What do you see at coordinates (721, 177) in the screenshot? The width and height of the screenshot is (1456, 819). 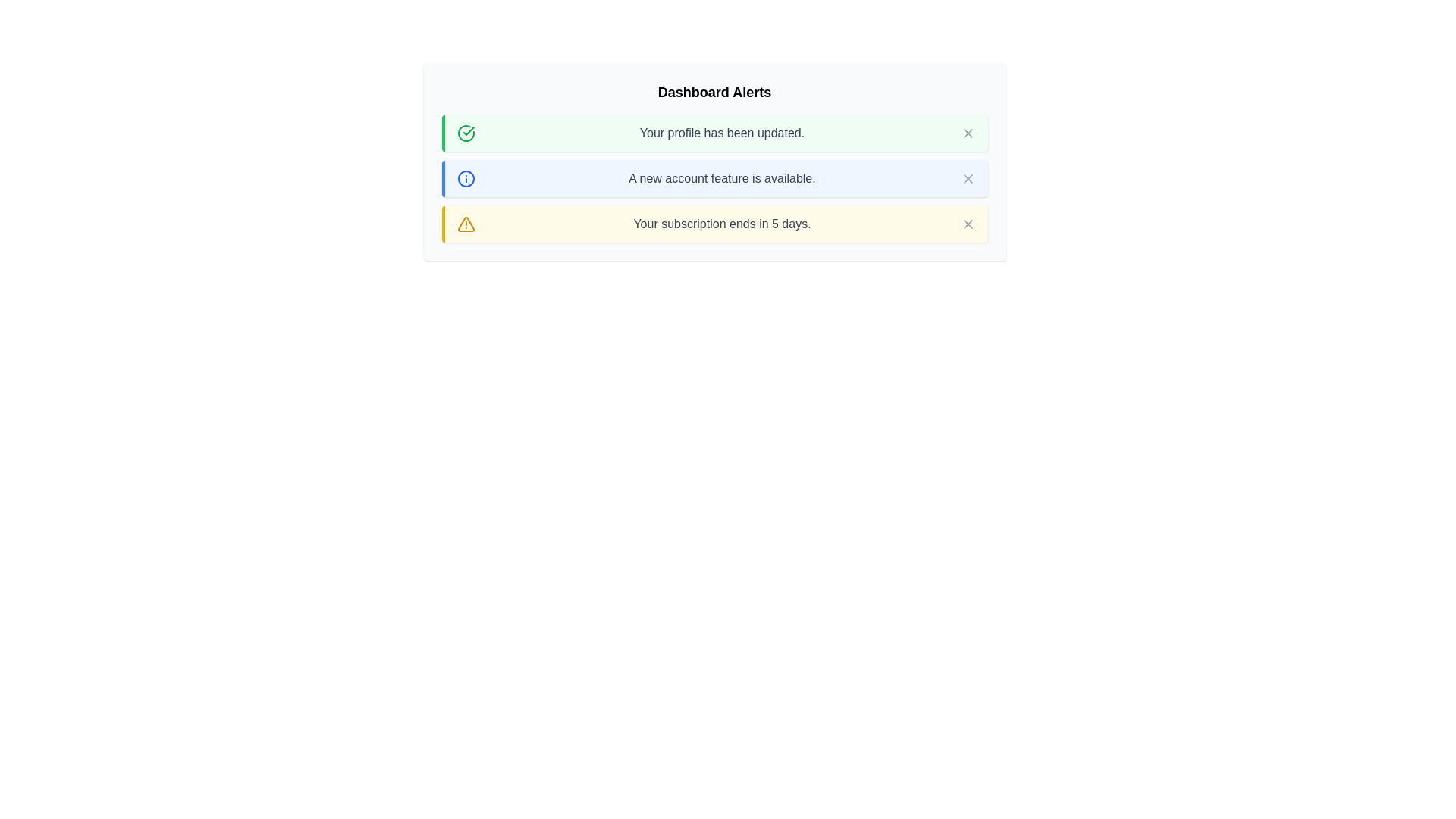 I see `the text label displaying 'A new account feature is available.' which is centered in the second notification pane of the 'Dashboard Alerts' section` at bounding box center [721, 177].